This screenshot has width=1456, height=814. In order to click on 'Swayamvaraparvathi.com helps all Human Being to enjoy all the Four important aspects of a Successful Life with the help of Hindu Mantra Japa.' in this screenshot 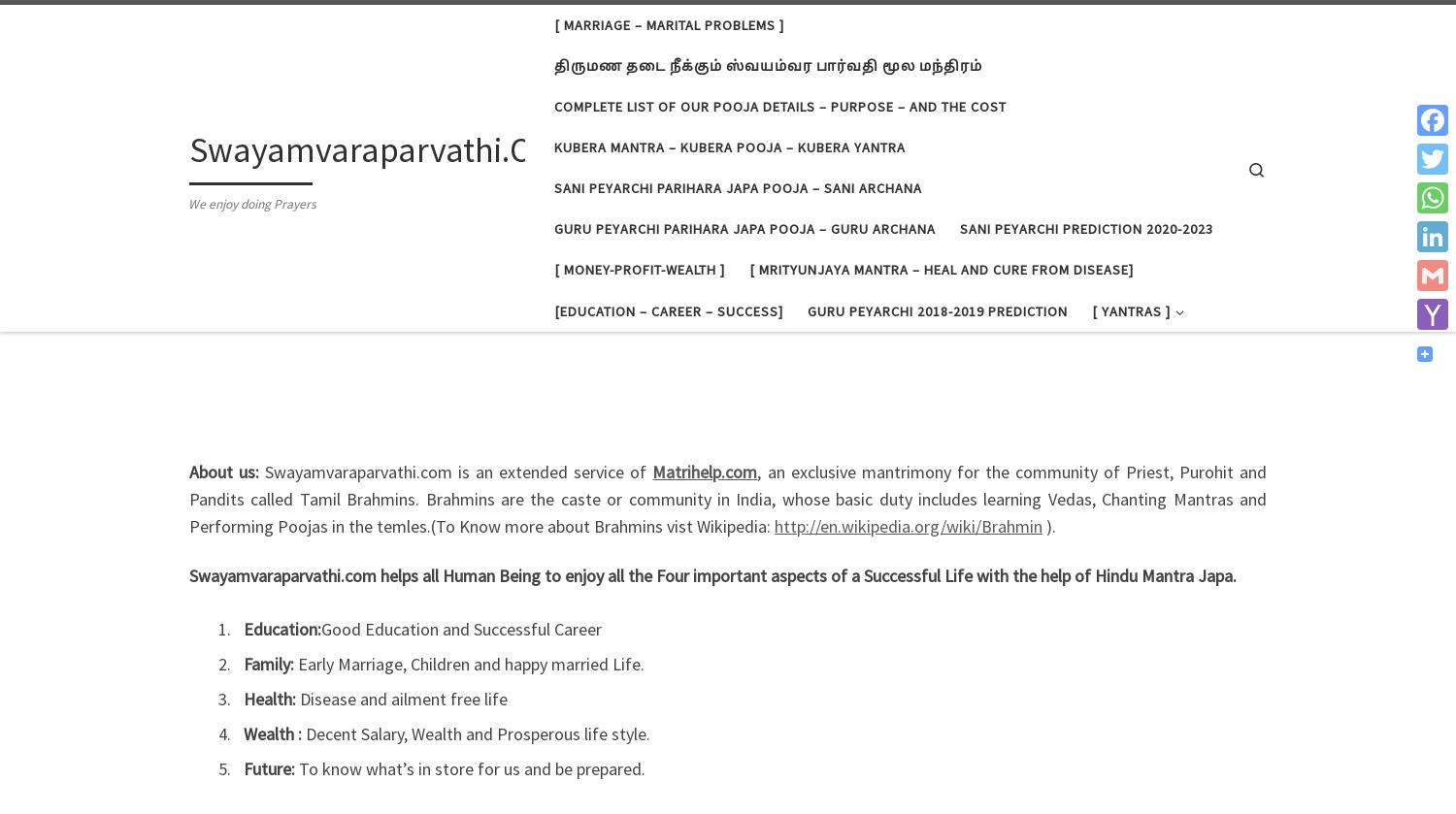, I will do `click(711, 573)`.